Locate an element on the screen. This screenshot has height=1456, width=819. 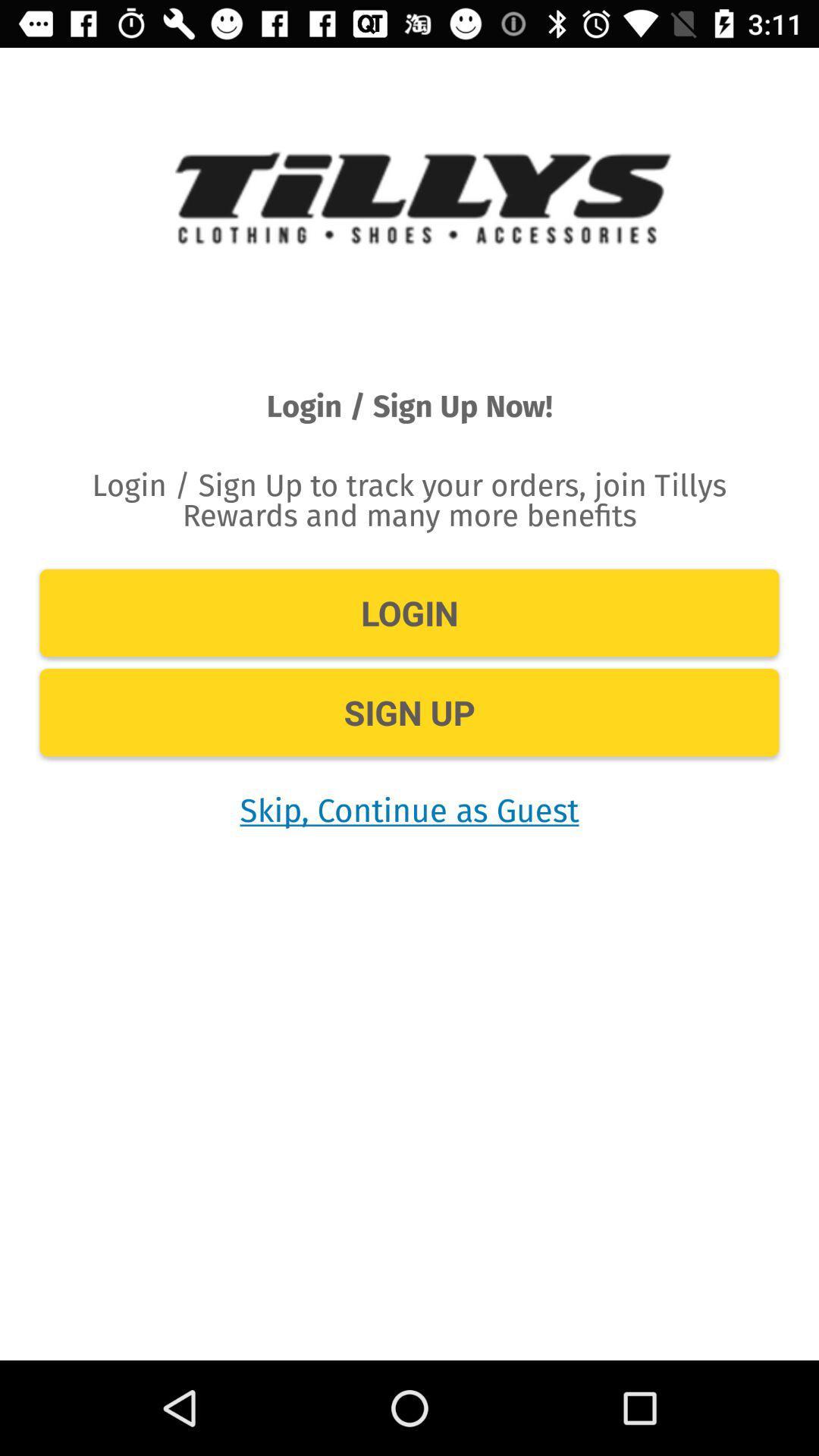
skip continue as item is located at coordinates (409, 808).